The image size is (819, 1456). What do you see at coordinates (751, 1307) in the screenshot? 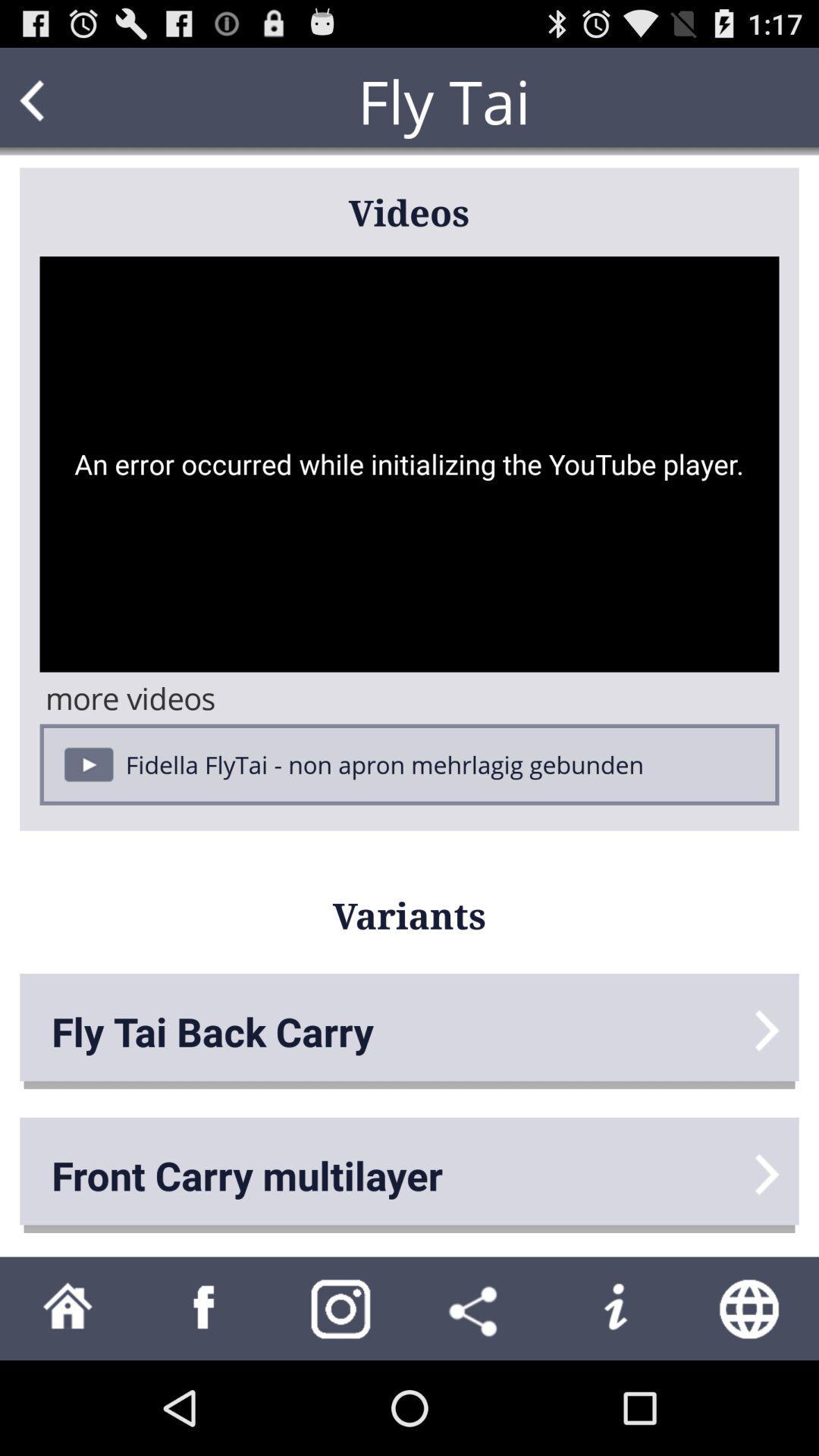
I see `open web browser` at bounding box center [751, 1307].